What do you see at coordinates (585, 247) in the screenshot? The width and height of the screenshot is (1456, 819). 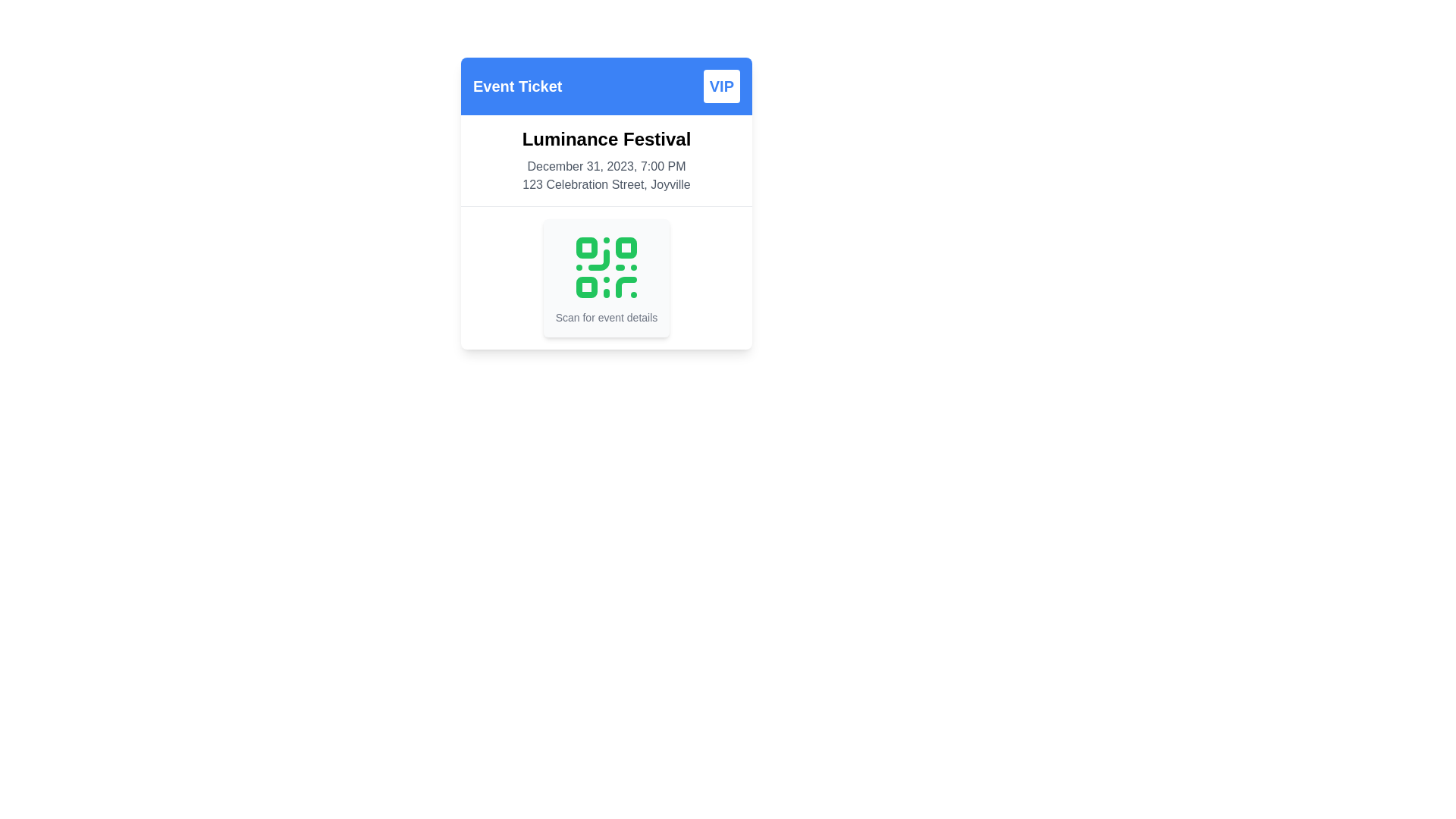 I see `the small square element with rounded corners located at the upper-left corner of a green QR code icon` at bounding box center [585, 247].